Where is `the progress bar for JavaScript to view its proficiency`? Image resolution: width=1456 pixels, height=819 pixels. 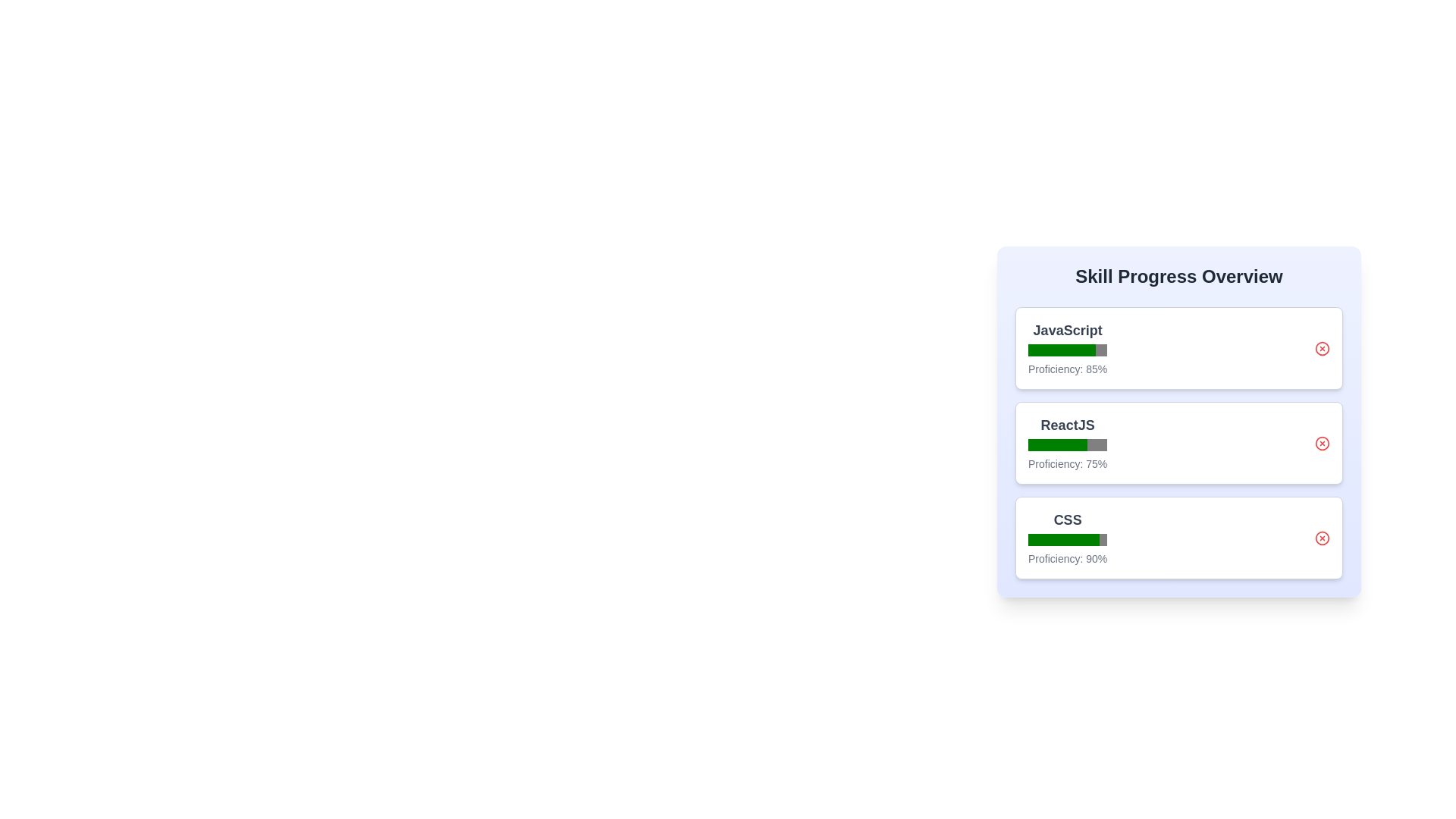 the progress bar for JavaScript to view its proficiency is located at coordinates (1066, 350).